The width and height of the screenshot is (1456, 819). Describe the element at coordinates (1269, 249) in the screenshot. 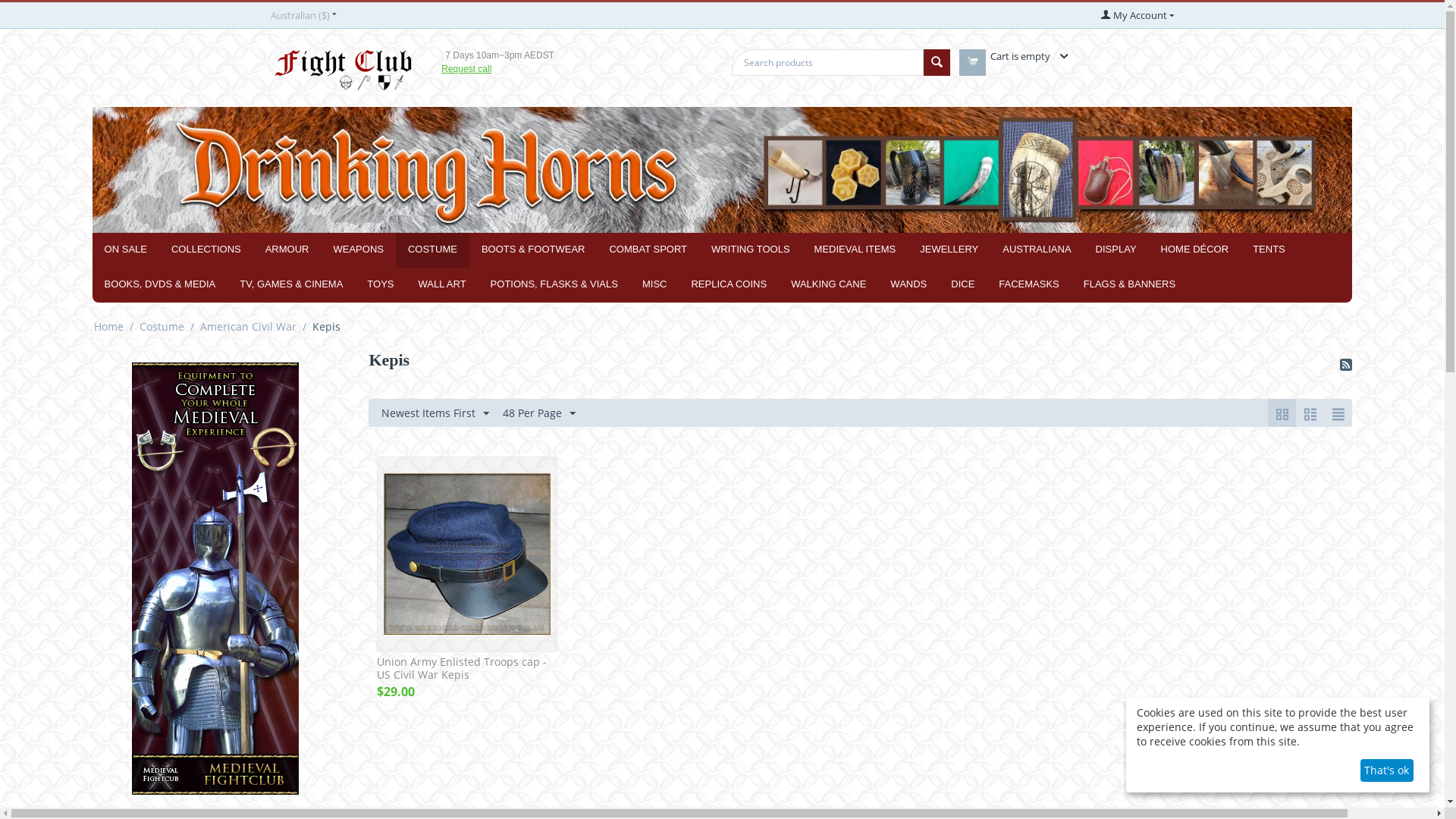

I see `'TENTS'` at that location.